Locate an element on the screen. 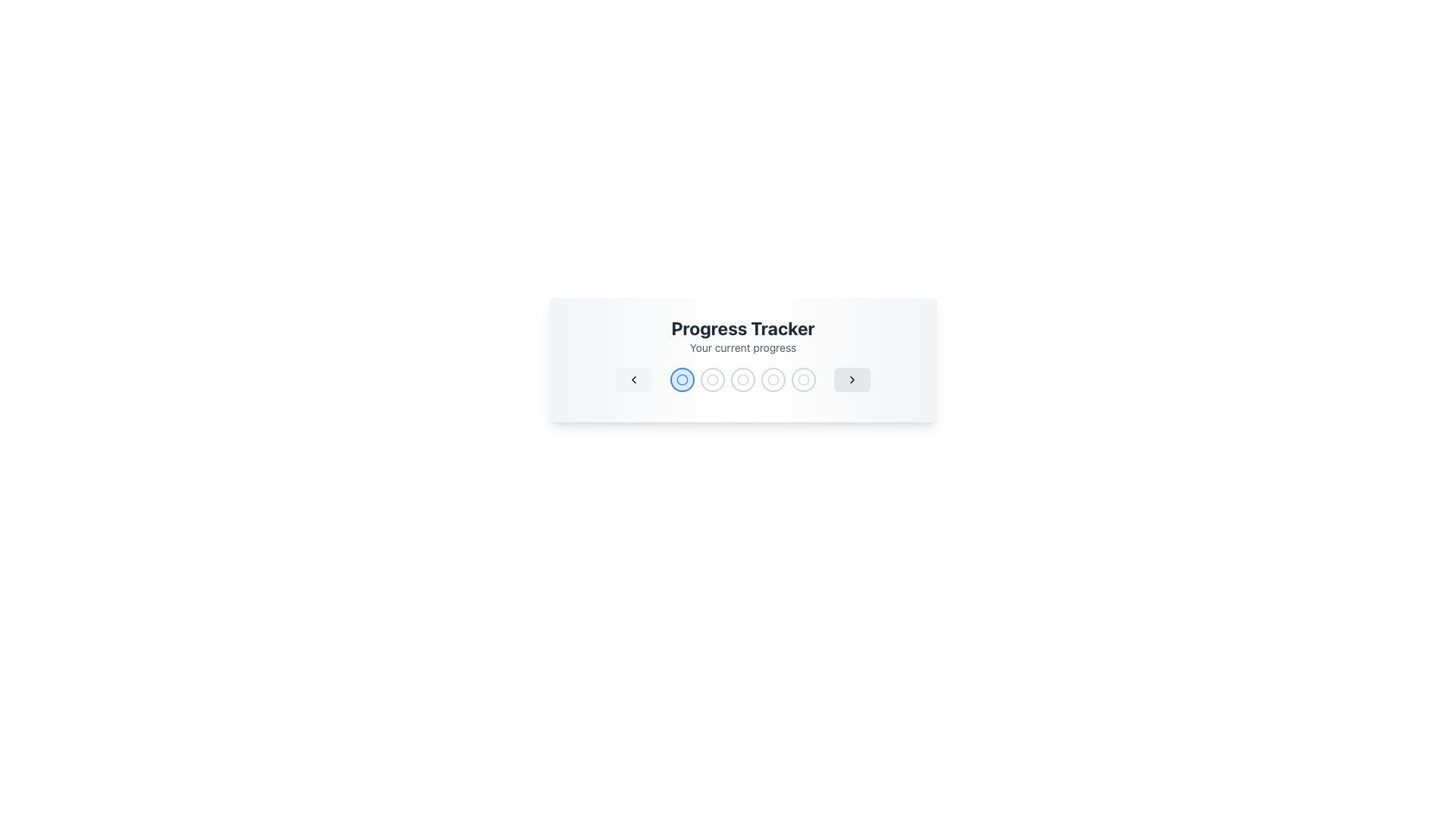 The image size is (1456, 819). the left-facing chevron icon embedded in the button on the far-left side of the horizontal progress tracker is located at coordinates (633, 379).